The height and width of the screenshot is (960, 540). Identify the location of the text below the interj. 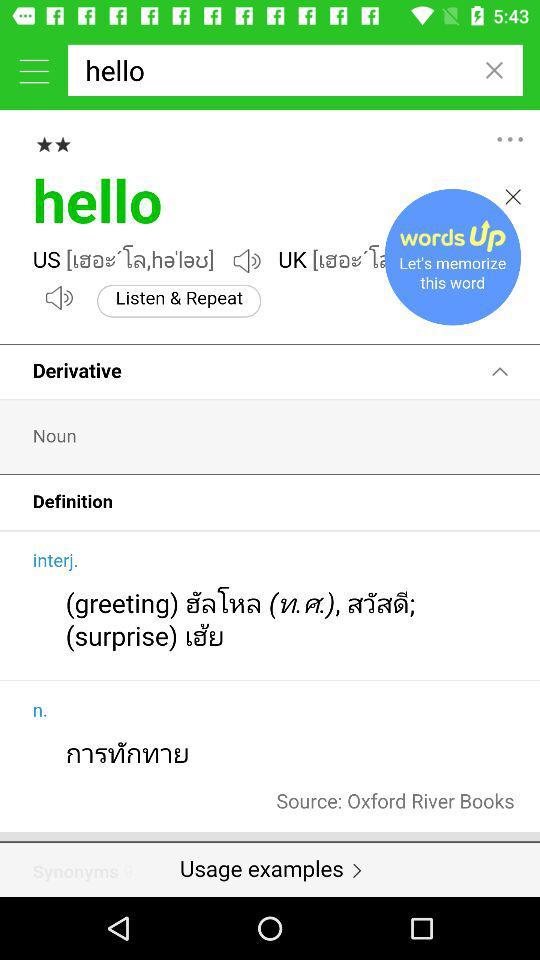
(80, 595).